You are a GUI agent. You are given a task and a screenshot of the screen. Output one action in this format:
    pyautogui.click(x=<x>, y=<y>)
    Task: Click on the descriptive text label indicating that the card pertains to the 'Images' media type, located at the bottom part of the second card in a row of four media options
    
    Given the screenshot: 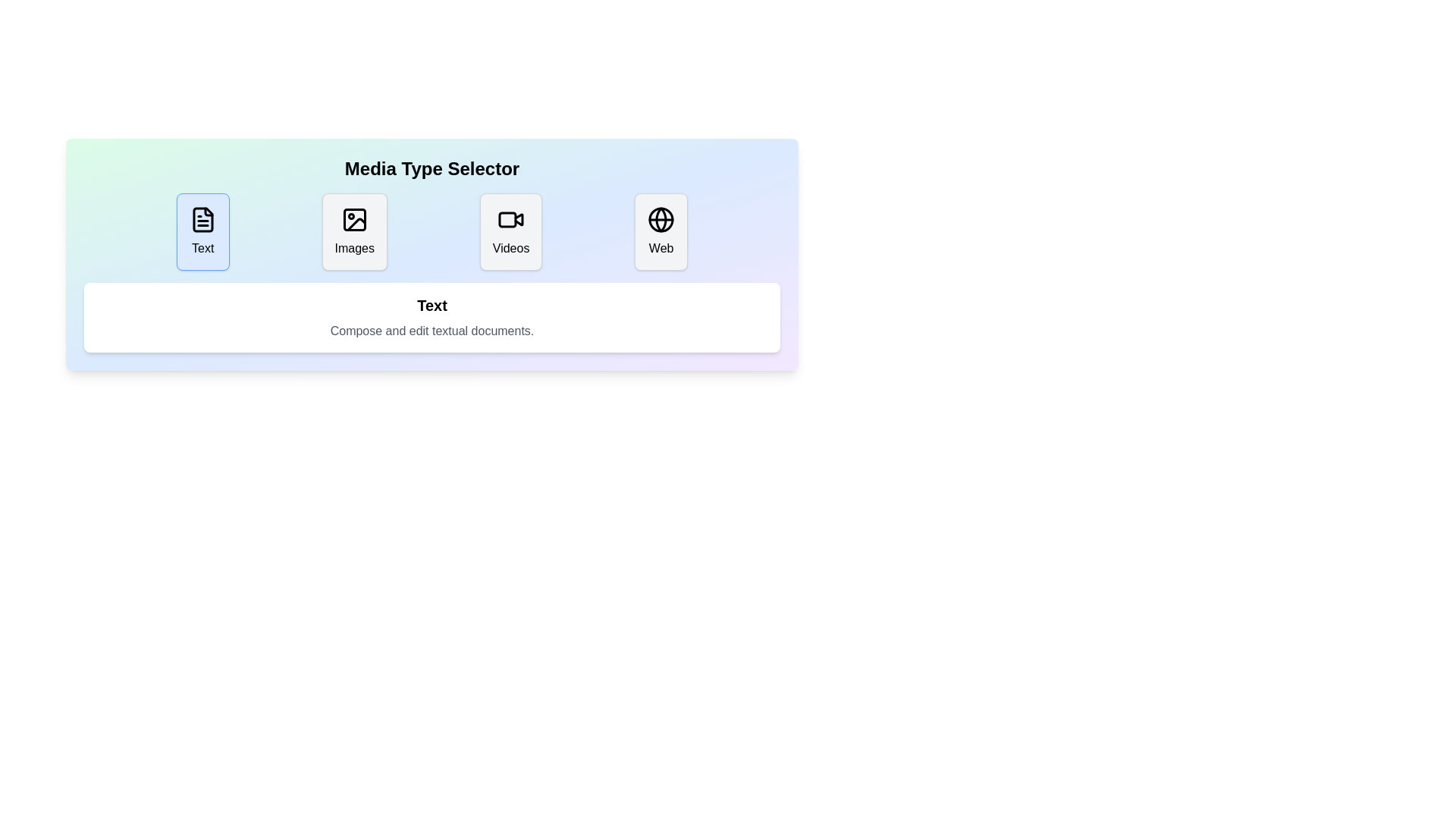 What is the action you would take?
    pyautogui.click(x=353, y=247)
    